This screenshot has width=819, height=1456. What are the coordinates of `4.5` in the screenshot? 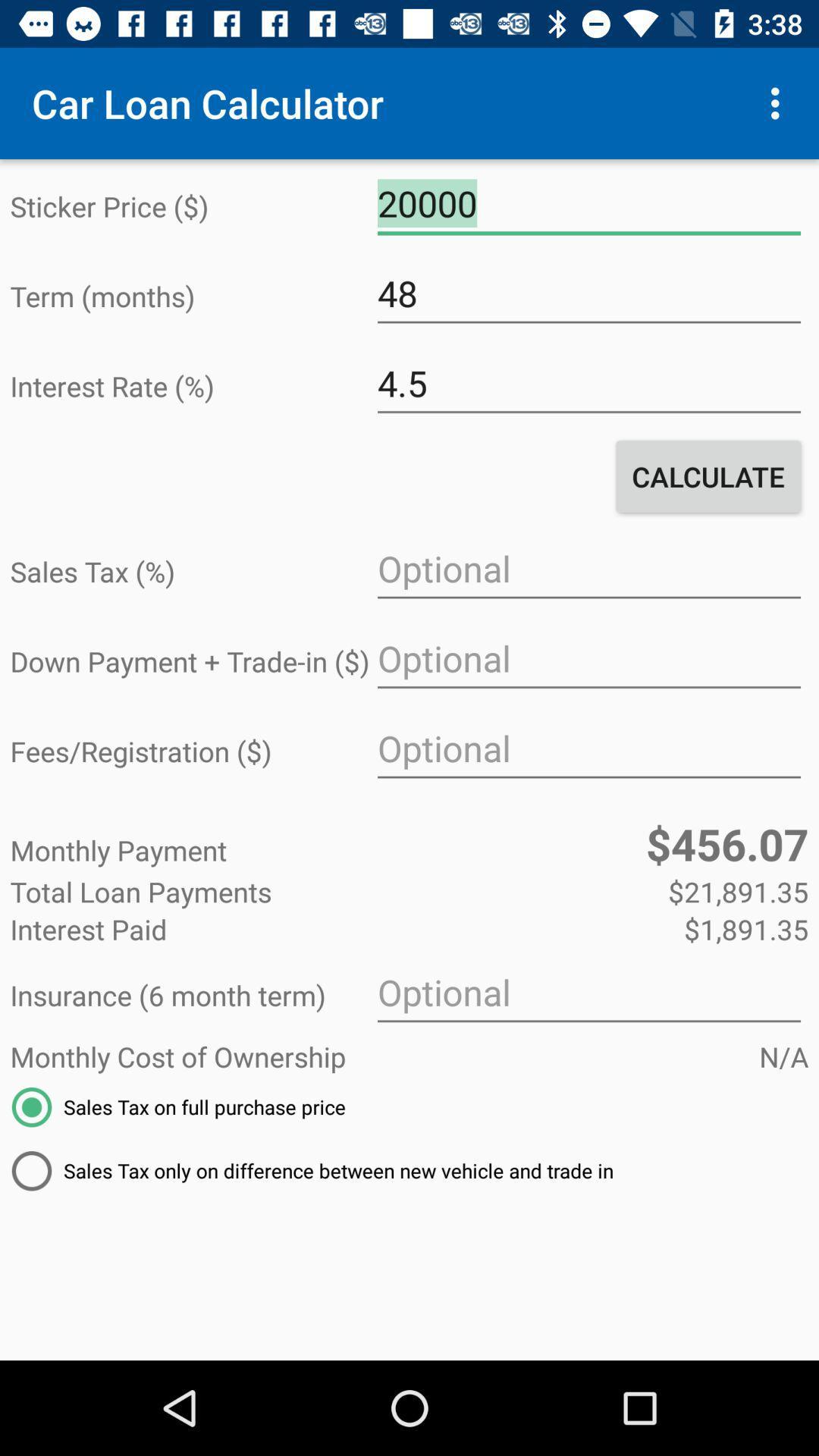 It's located at (588, 384).